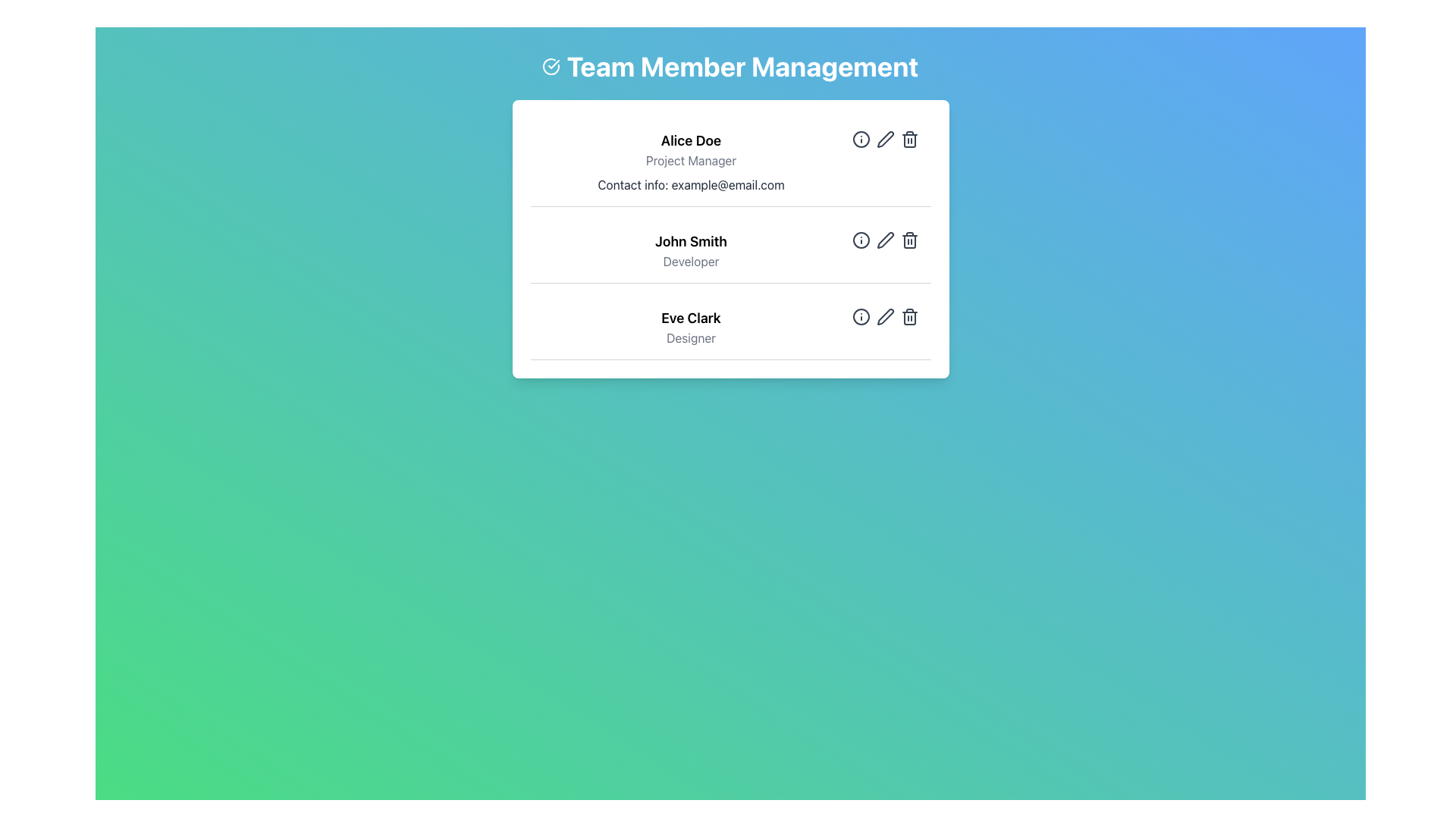  What do you see at coordinates (861, 140) in the screenshot?
I see `the button icon with an 'info' symbol located in the team member's management panel for 'Alice Doe', positioned to the left of the 'Edit' icon` at bounding box center [861, 140].